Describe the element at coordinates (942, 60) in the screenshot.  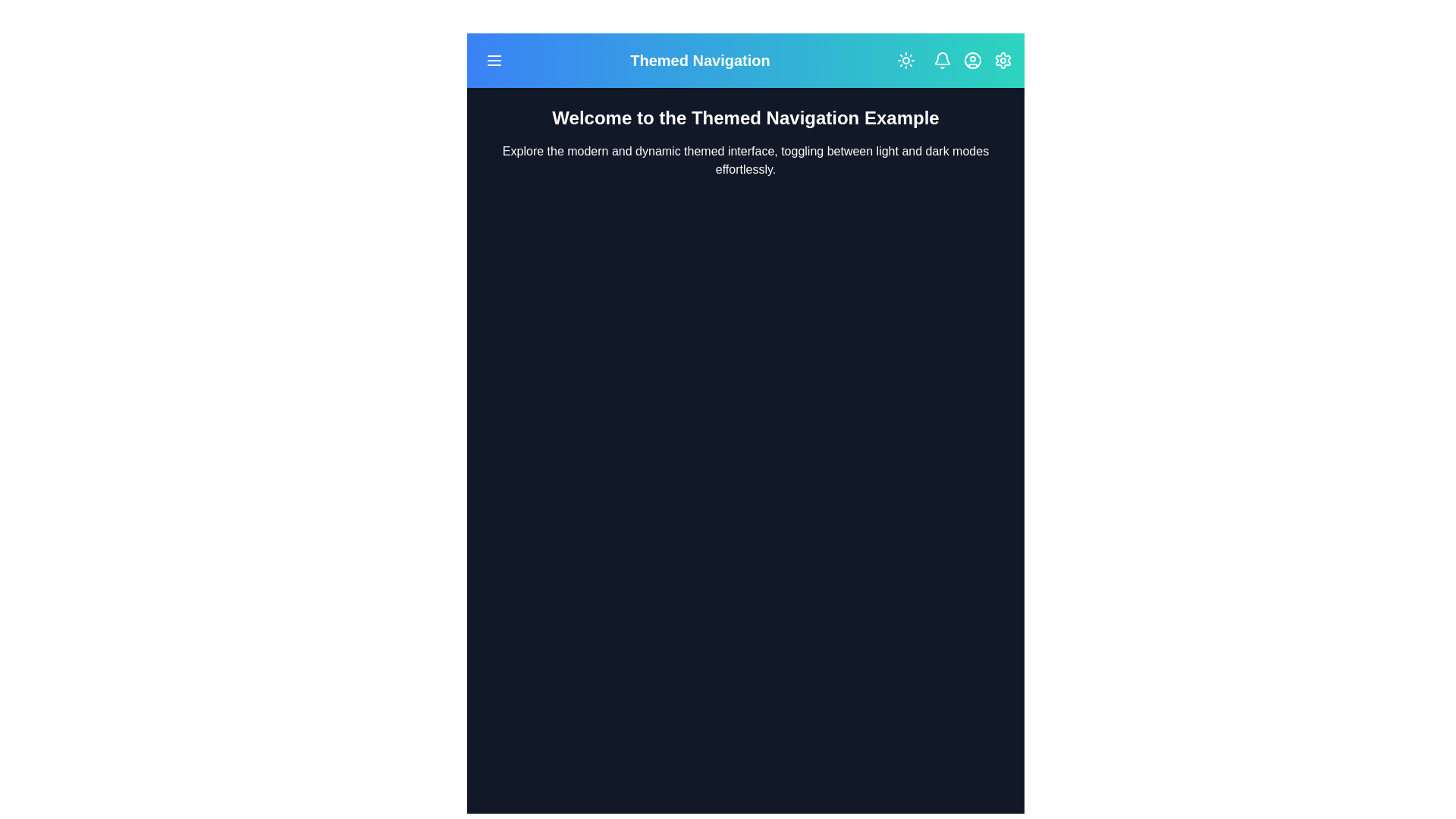
I see `the notification bell icon to interact with it` at that location.